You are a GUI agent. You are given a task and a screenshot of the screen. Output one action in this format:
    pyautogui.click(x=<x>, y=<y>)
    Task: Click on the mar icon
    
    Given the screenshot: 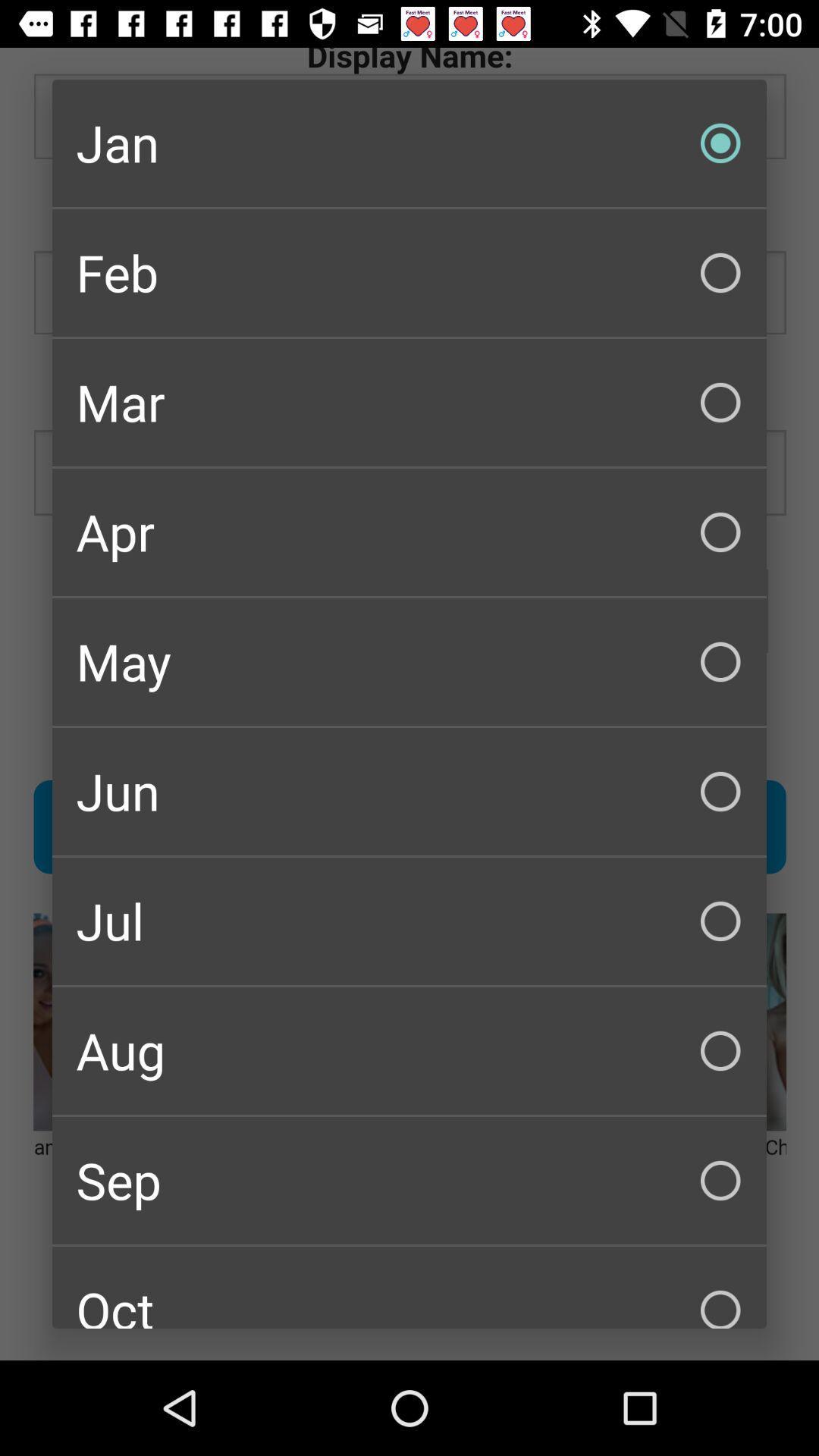 What is the action you would take?
    pyautogui.click(x=409, y=403)
    